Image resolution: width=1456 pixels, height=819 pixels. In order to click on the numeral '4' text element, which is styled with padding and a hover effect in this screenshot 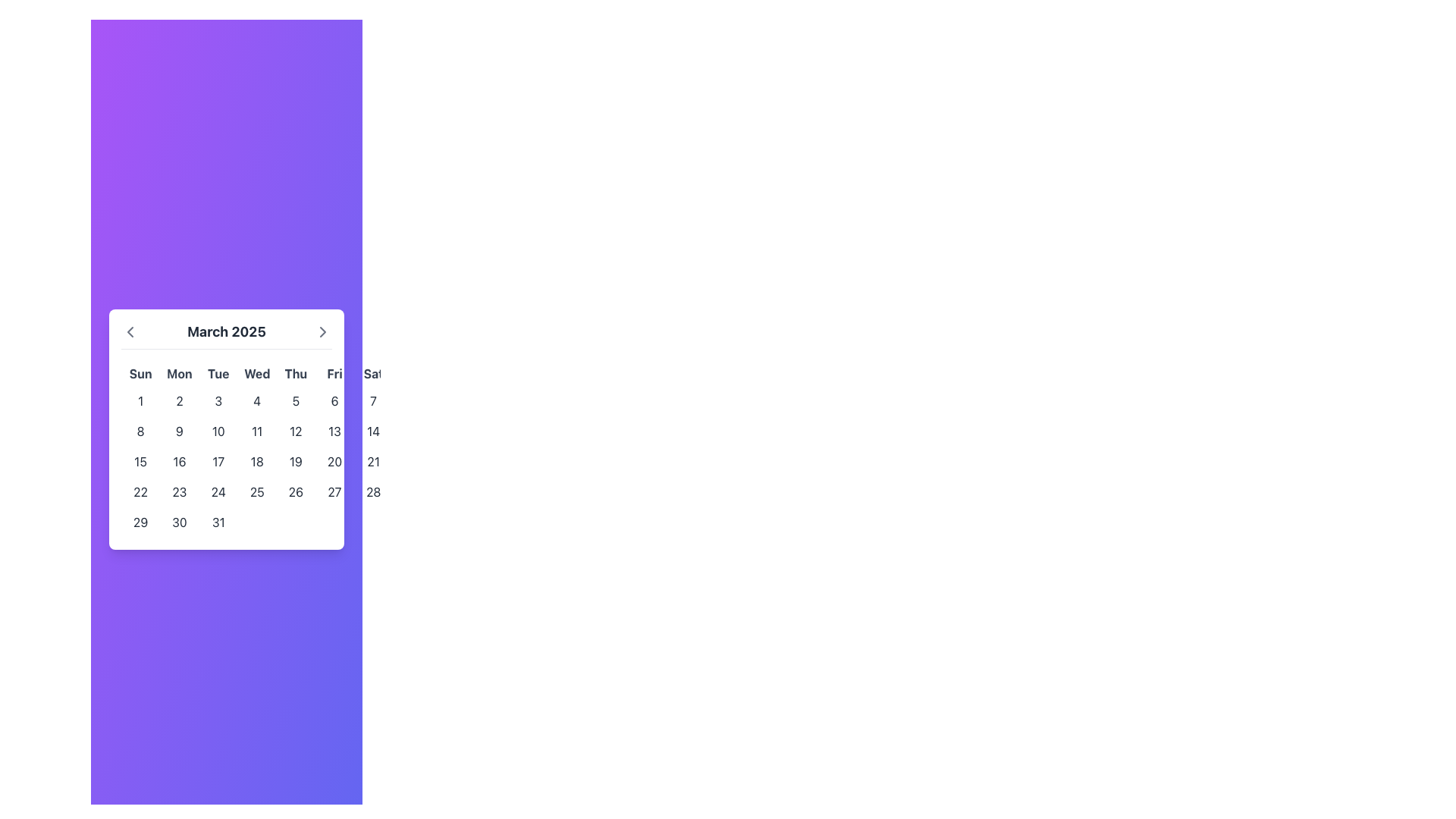, I will do `click(257, 400)`.